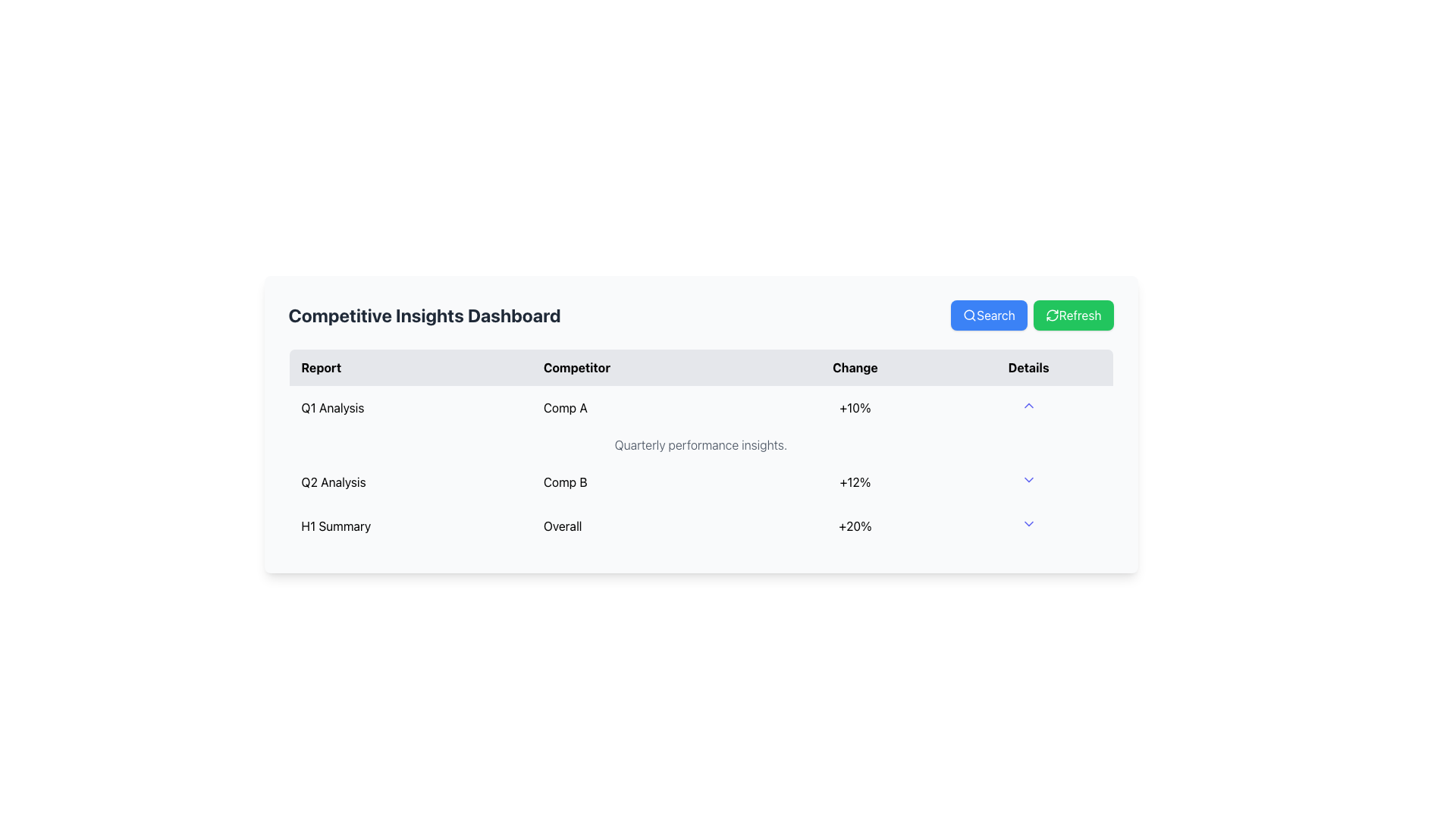 The width and height of the screenshot is (1456, 819). Describe the element at coordinates (1028, 405) in the screenshot. I see `the interactive button located in the 'H1 Summary' section of the third row` at that location.